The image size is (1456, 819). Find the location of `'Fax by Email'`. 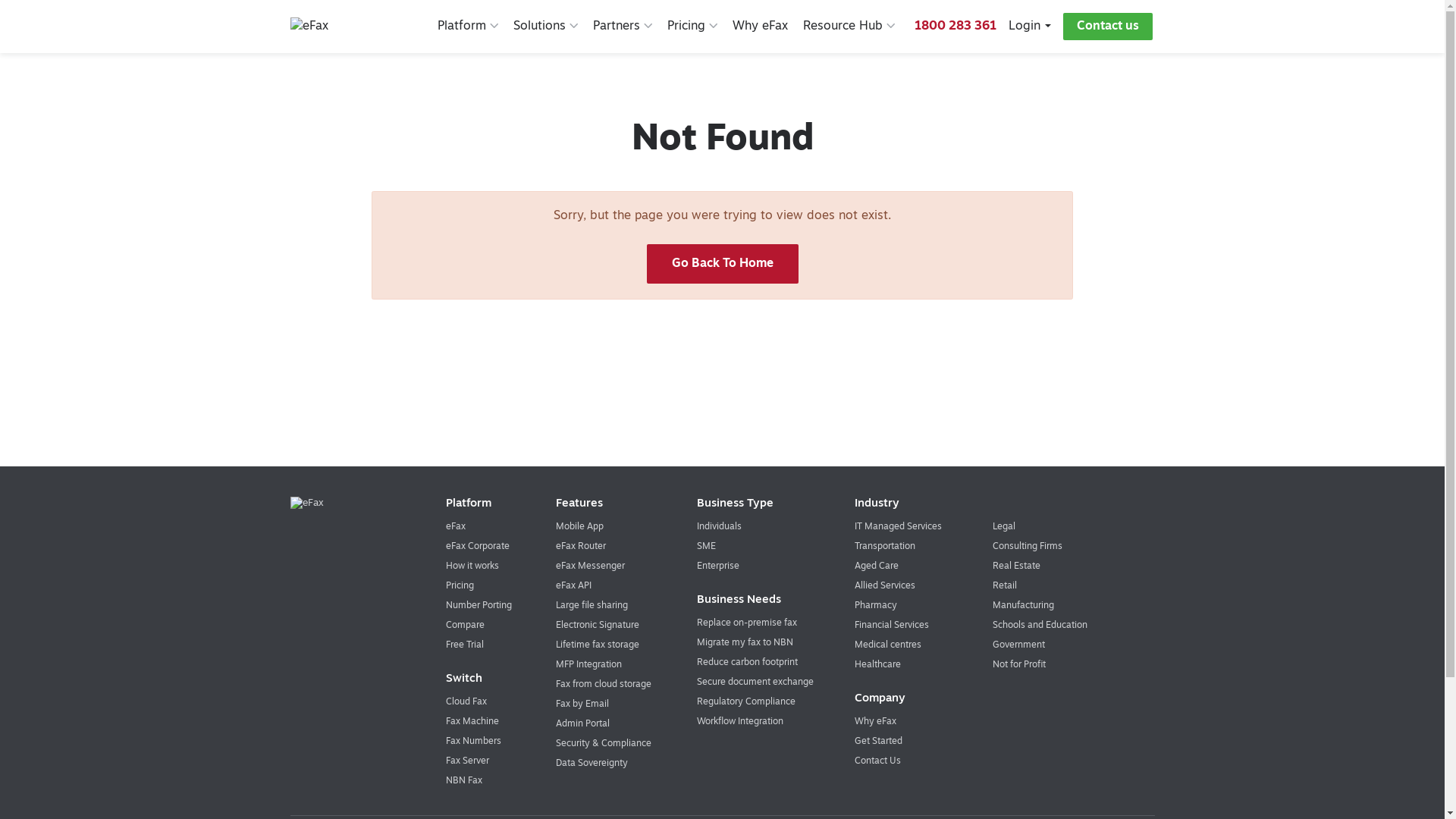

'Fax by Email' is located at coordinates (582, 704).